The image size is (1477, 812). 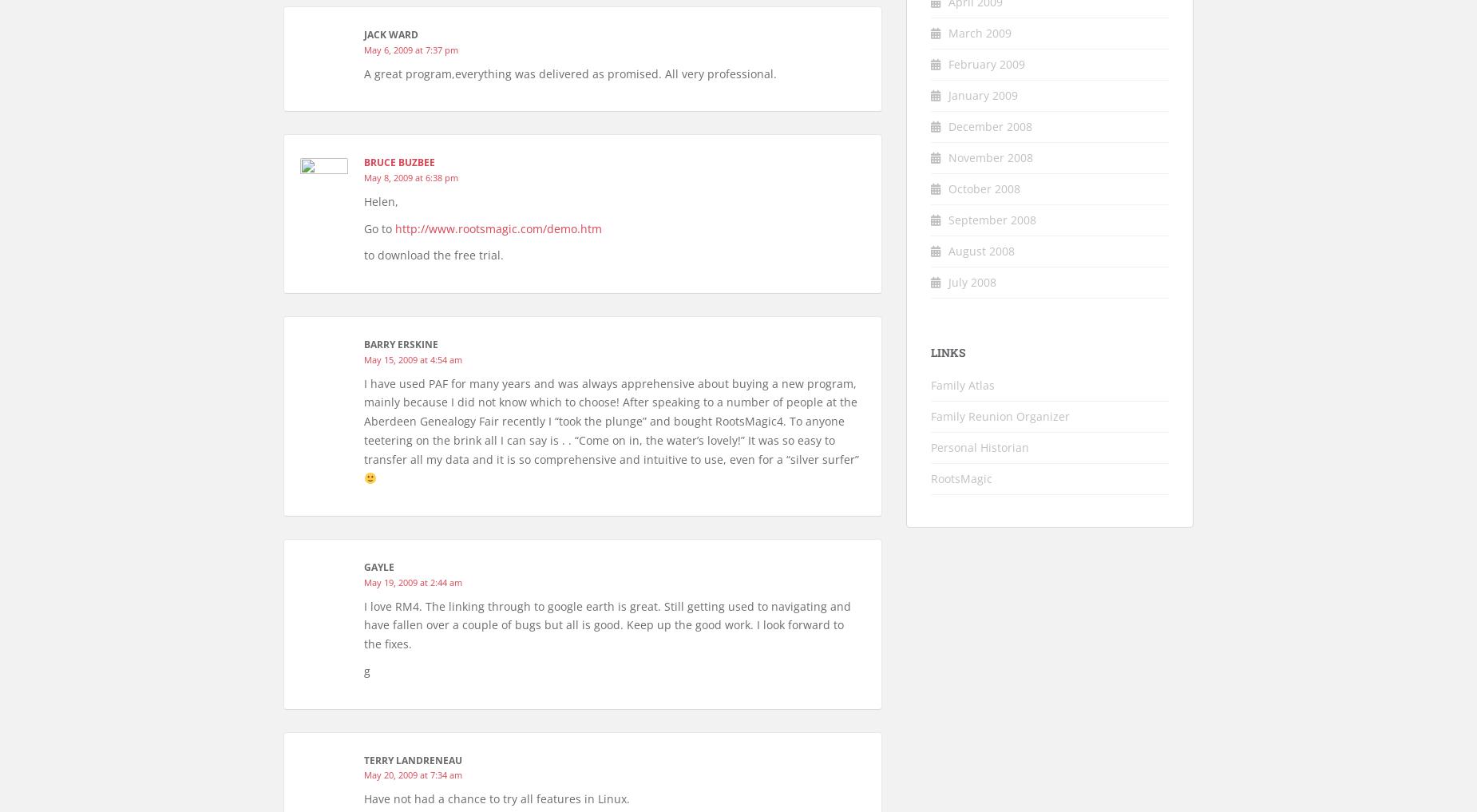 What do you see at coordinates (401, 344) in the screenshot?
I see `'Barry Erskine'` at bounding box center [401, 344].